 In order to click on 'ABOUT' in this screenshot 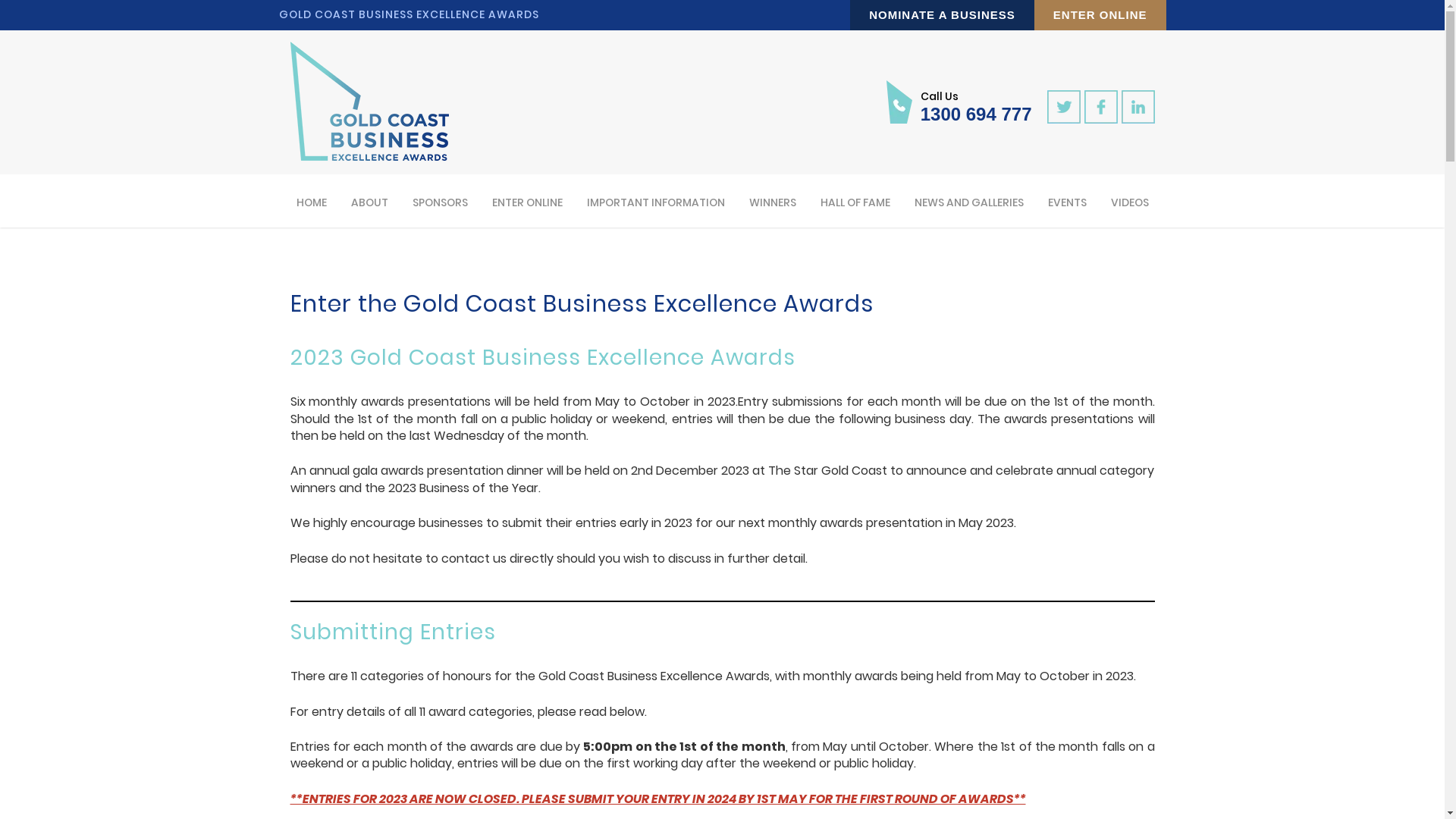, I will do `click(369, 200)`.